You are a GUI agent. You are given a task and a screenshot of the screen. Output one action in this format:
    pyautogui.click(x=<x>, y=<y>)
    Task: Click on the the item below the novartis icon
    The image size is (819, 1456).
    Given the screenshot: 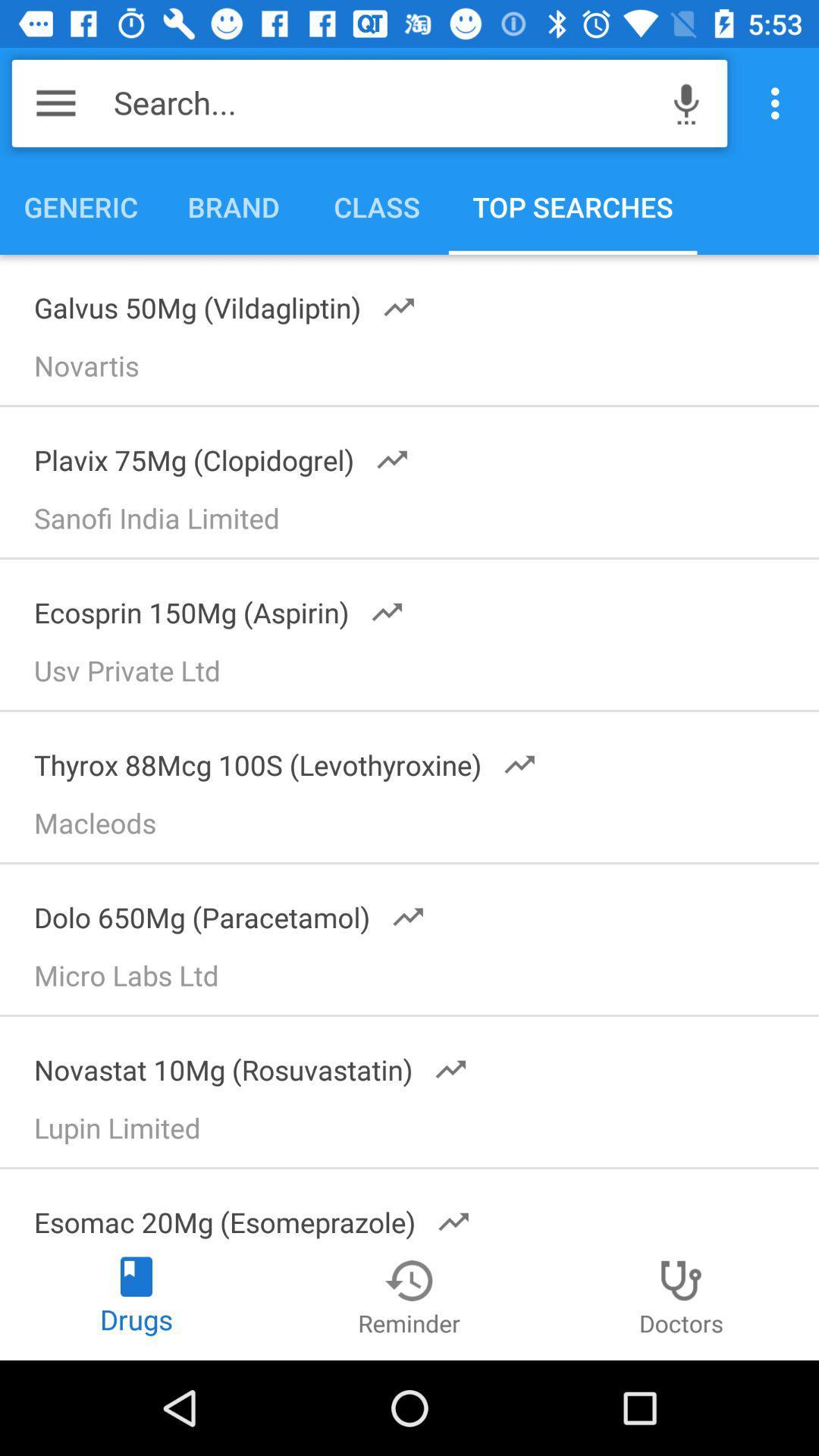 What is the action you would take?
    pyautogui.click(x=212, y=454)
    